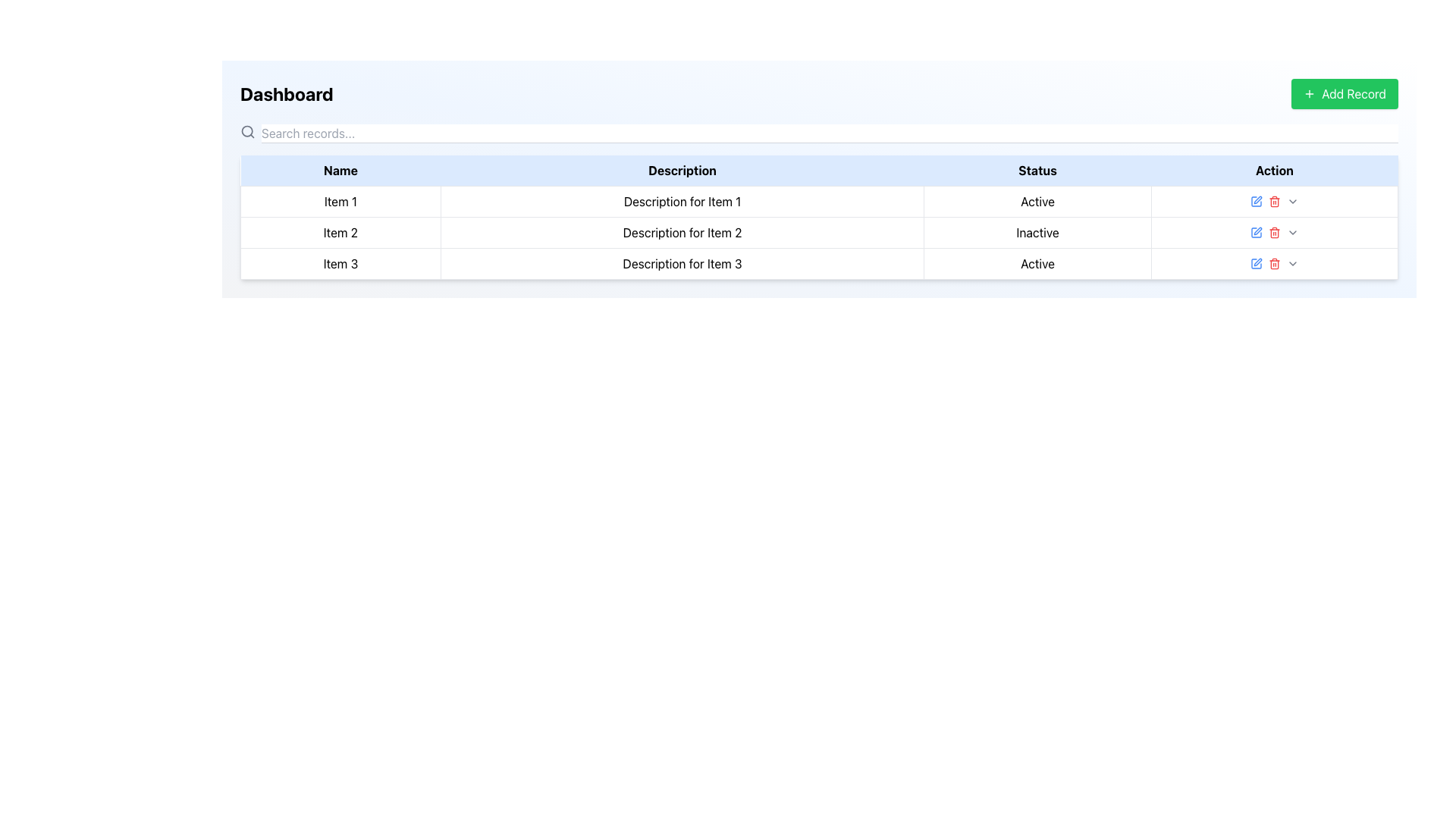 This screenshot has height=819, width=1456. I want to click on text content from the Text Display located in the second cell of the first row under the 'Description' column, next to 'Item 1' and 'Active', so click(682, 201).